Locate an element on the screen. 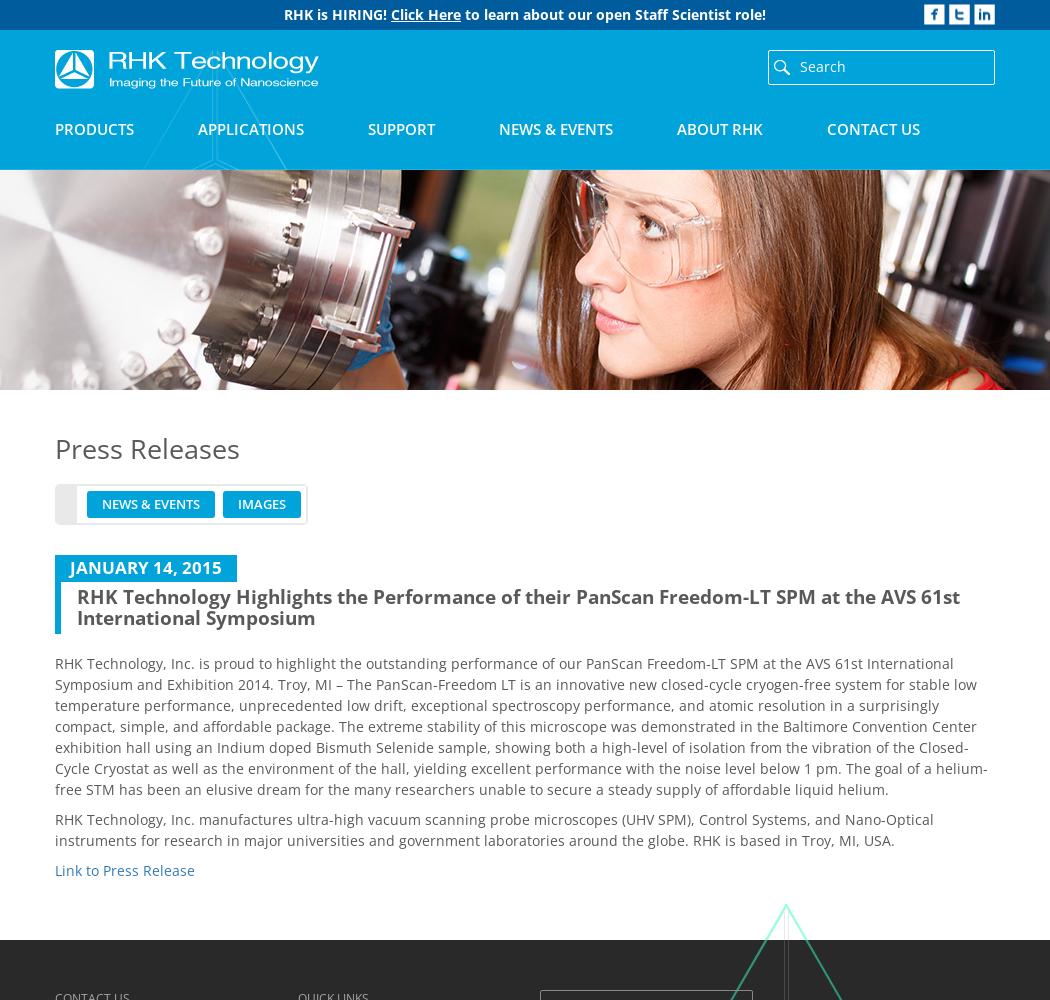 The width and height of the screenshot is (1050, 1000). 'RHK Technology Highlights the Performance of their PanScan Freedom-LT SPM at the AVS 61st International Symposium' is located at coordinates (76, 605).